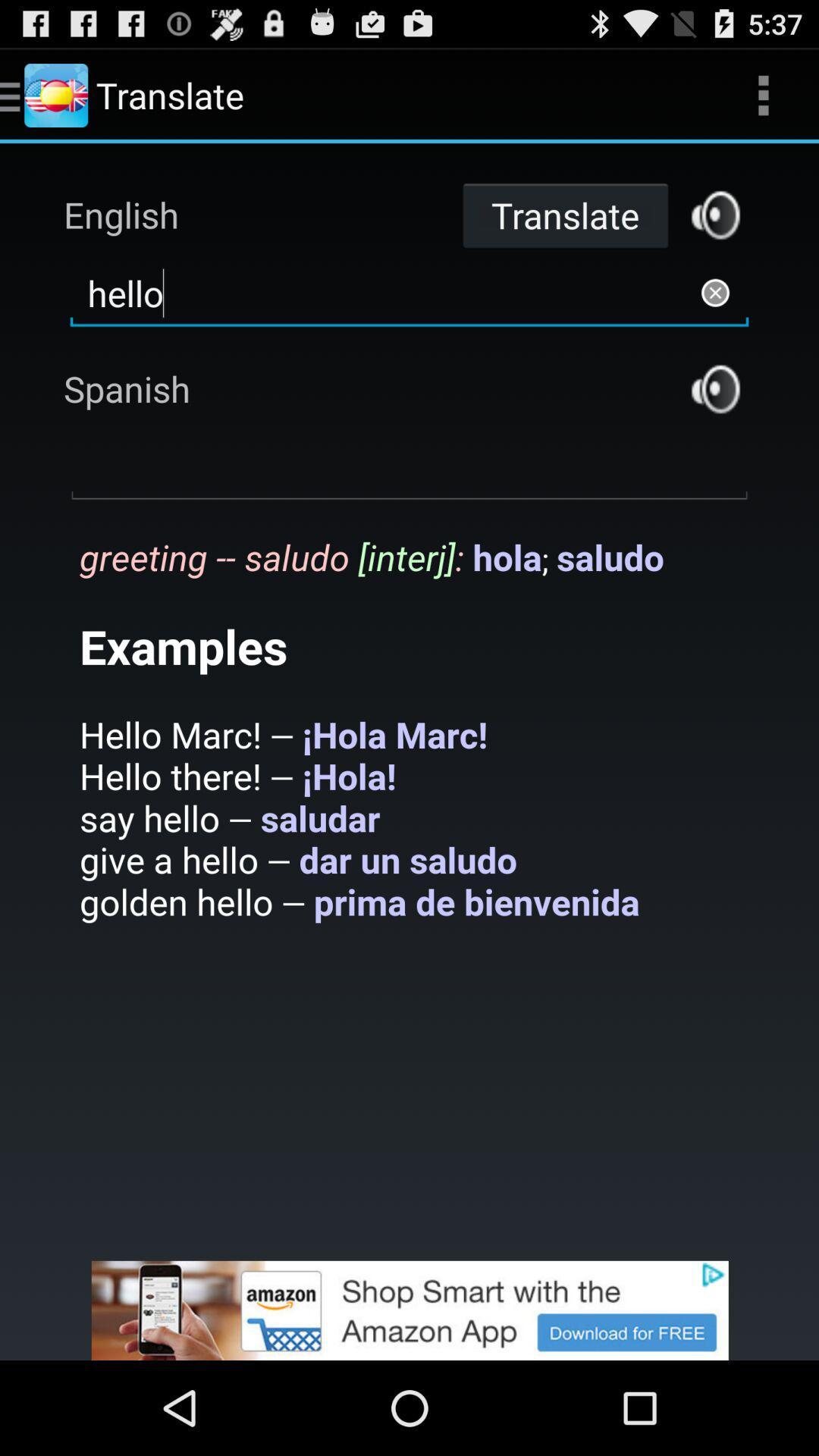  What do you see at coordinates (409, 467) in the screenshot?
I see `open text area` at bounding box center [409, 467].